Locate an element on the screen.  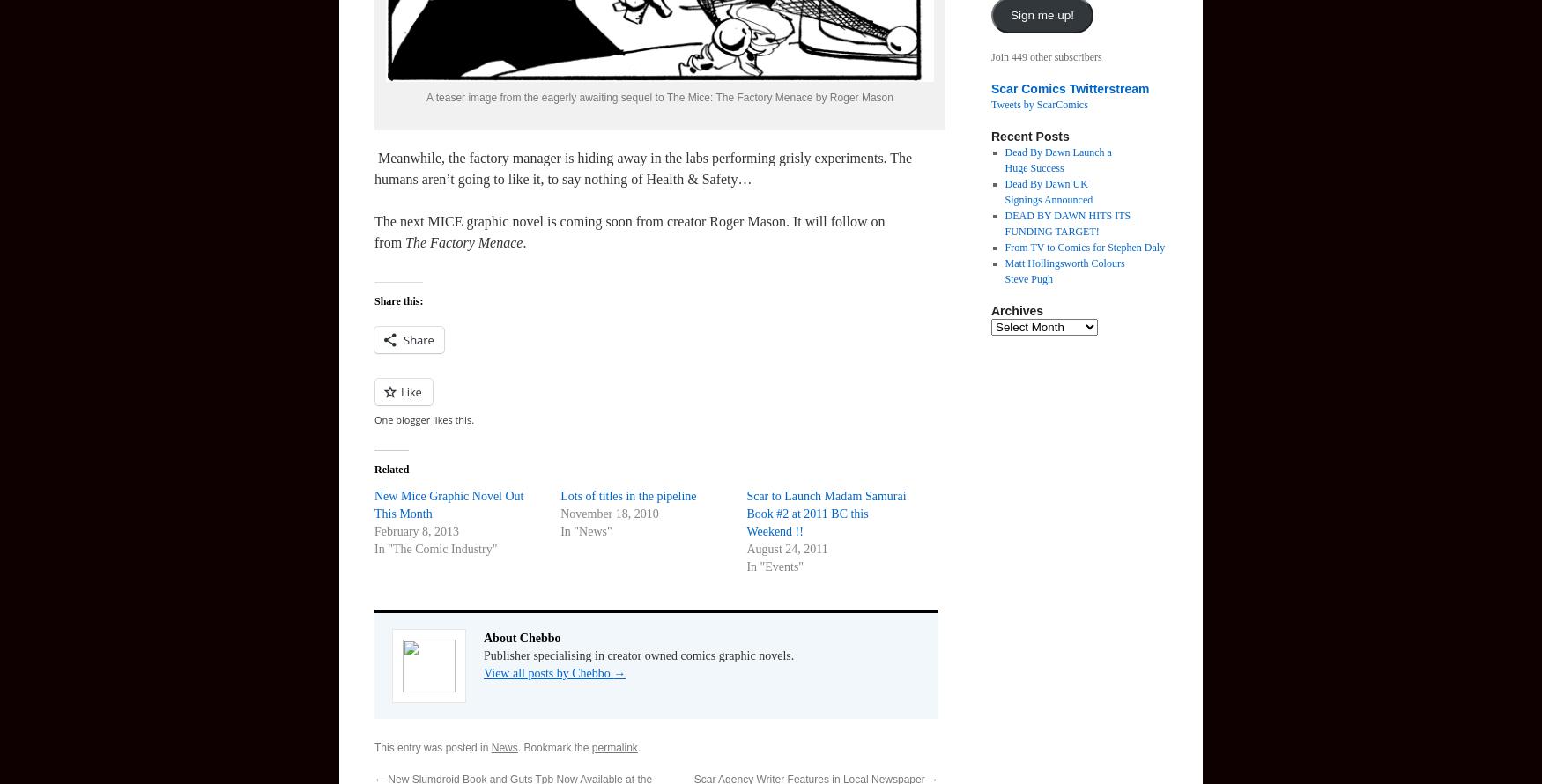
'Archives' is located at coordinates (1016, 310).